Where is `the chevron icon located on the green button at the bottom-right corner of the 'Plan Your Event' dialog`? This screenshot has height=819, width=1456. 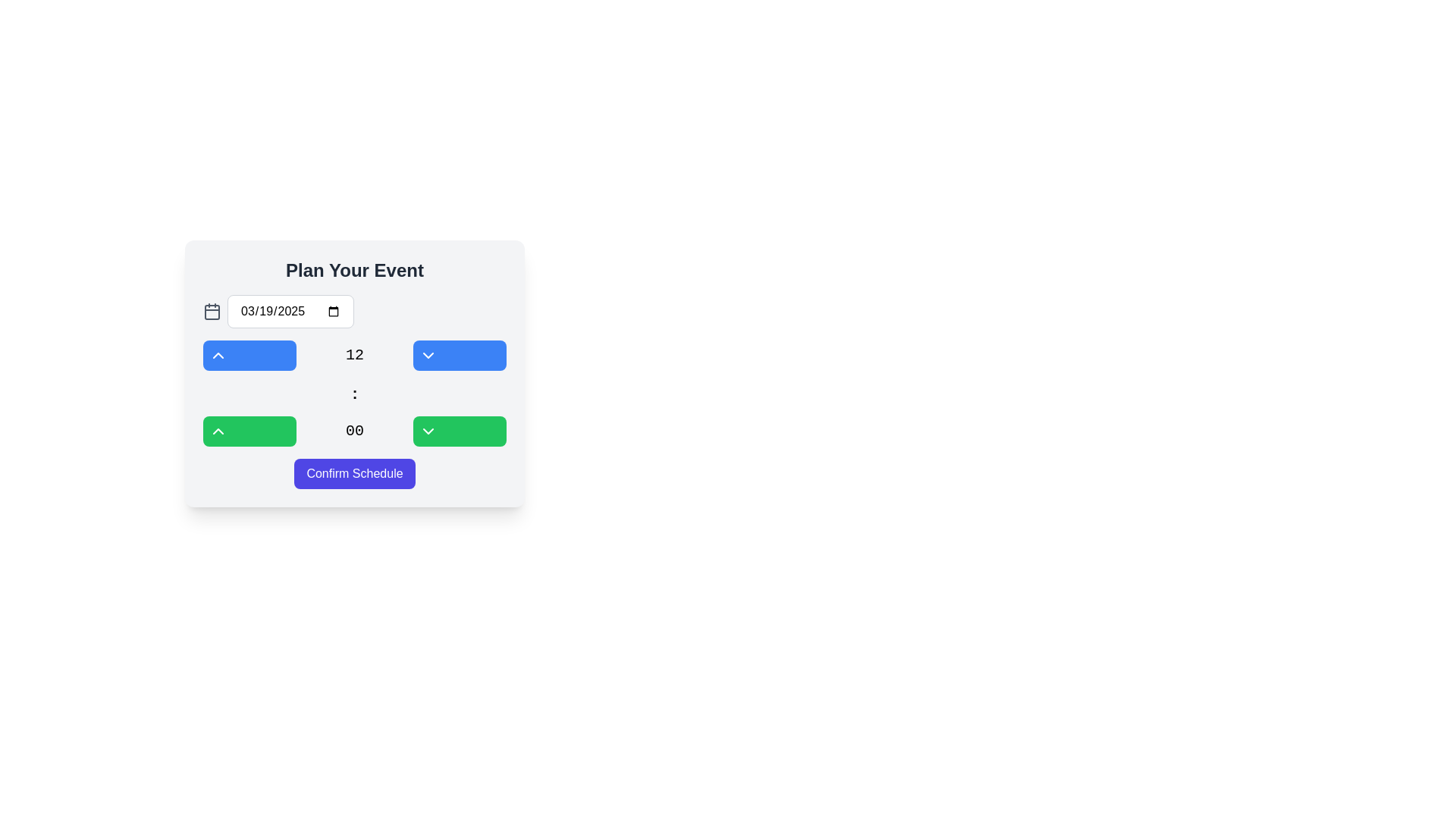 the chevron icon located on the green button at the bottom-right corner of the 'Plan Your Event' dialog is located at coordinates (428, 431).